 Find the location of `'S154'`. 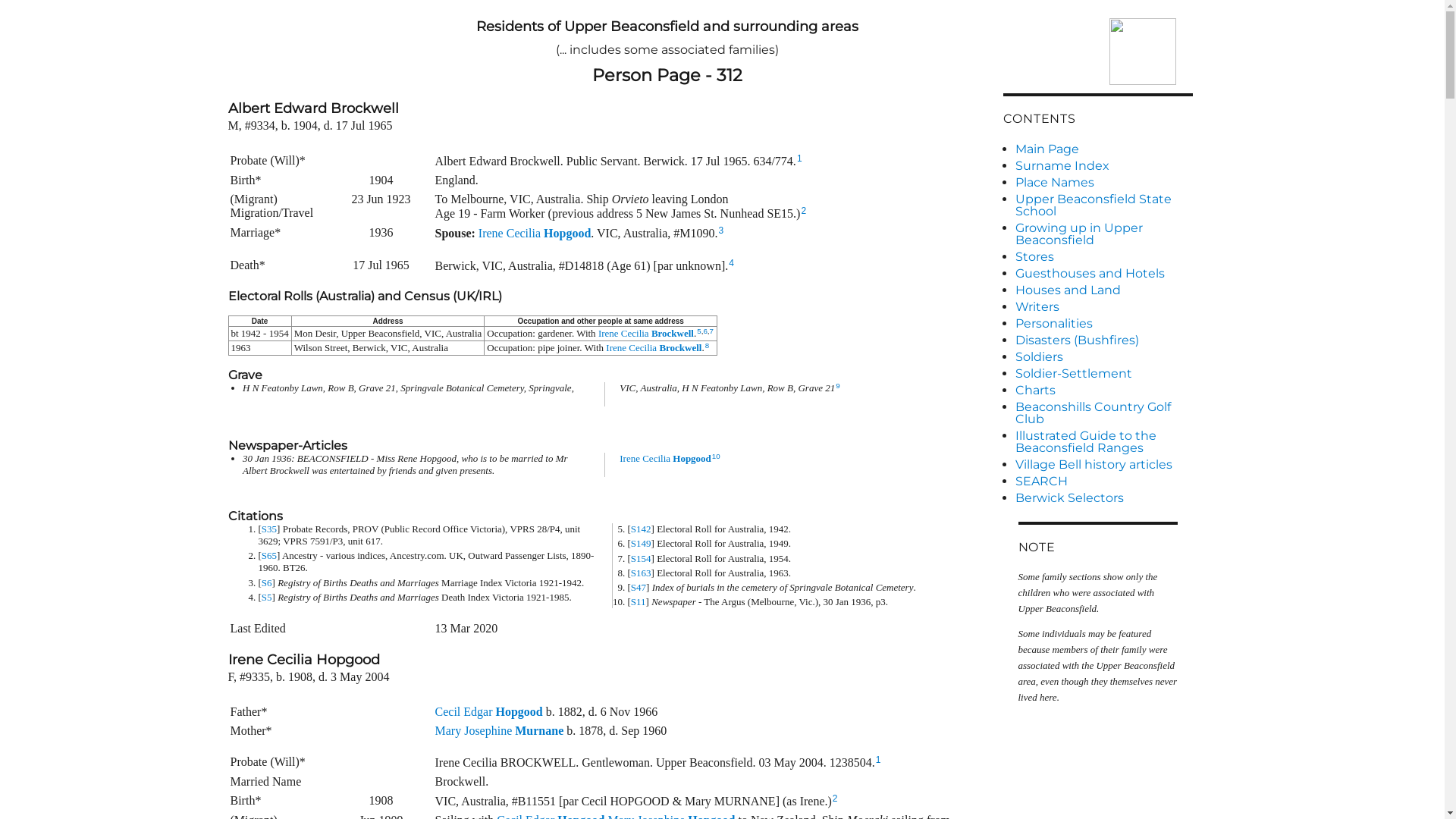

'S154' is located at coordinates (641, 558).